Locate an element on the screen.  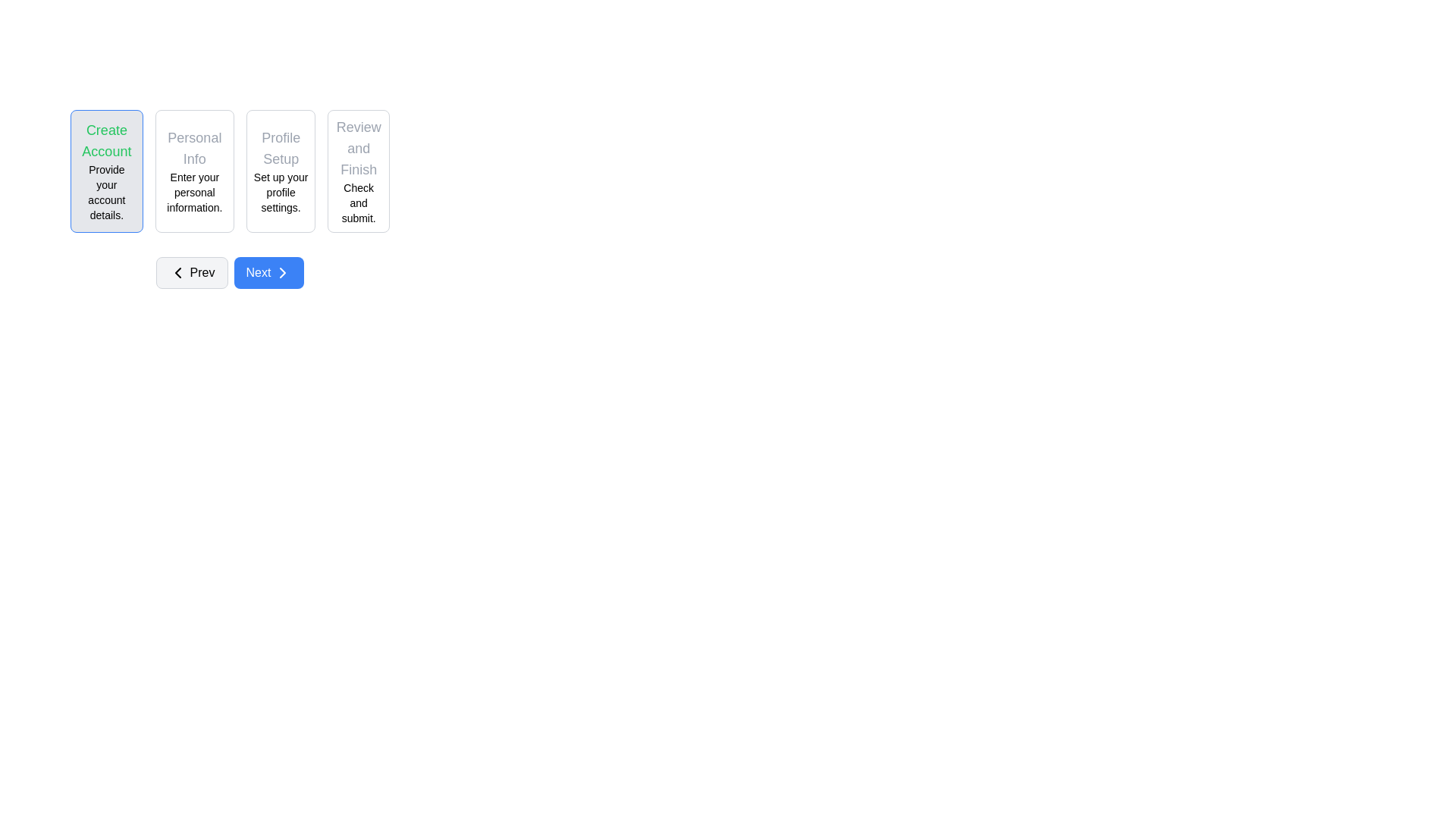
the text label that displays 'Check and submit.' located beneath 'Review and Finish' in the rightmost section of the panel is located at coordinates (358, 202).